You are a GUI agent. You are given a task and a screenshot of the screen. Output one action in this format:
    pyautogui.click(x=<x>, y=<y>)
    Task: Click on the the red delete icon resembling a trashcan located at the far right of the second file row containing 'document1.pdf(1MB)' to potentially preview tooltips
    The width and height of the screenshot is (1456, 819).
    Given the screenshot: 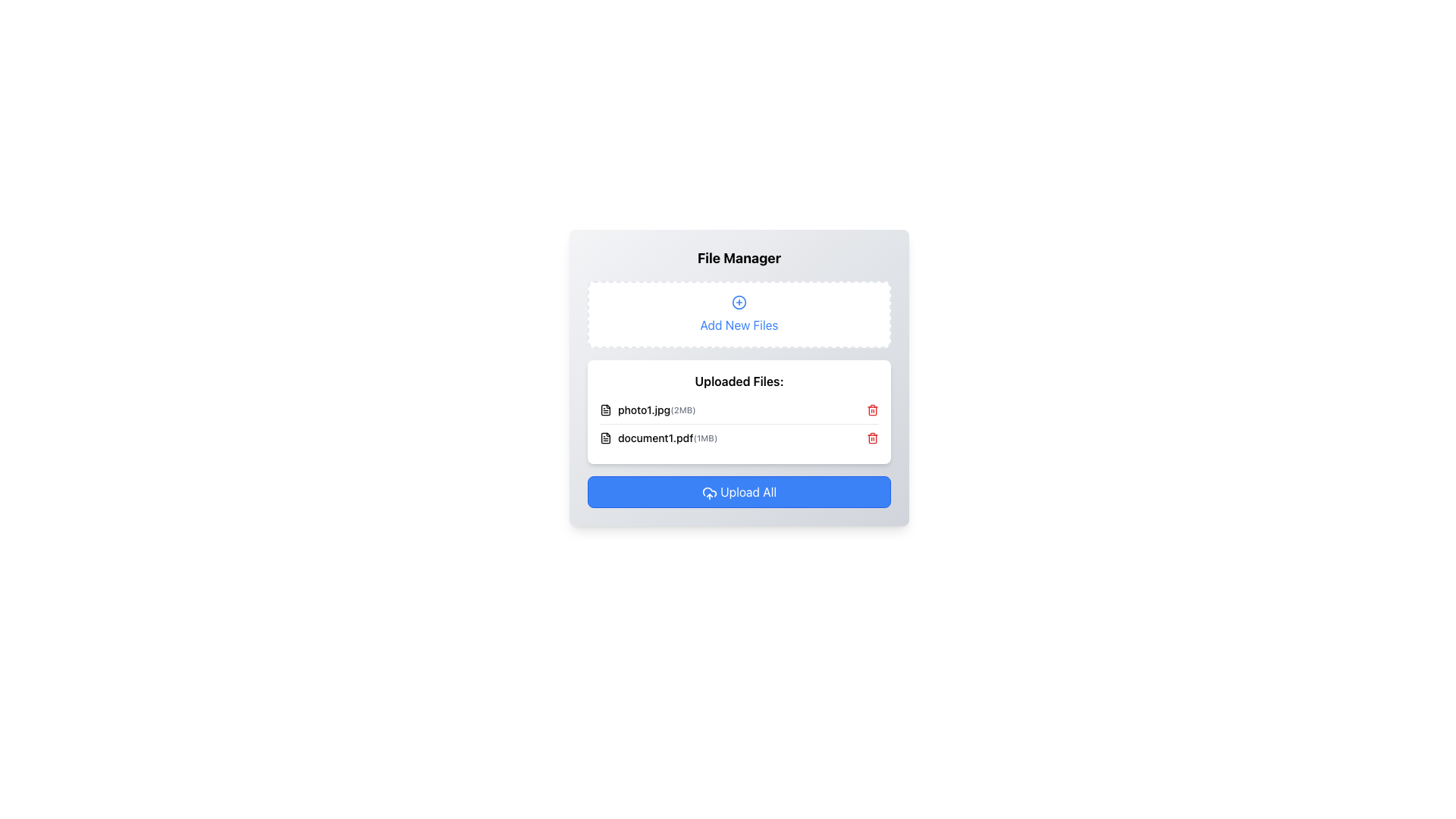 What is the action you would take?
    pyautogui.click(x=873, y=438)
    